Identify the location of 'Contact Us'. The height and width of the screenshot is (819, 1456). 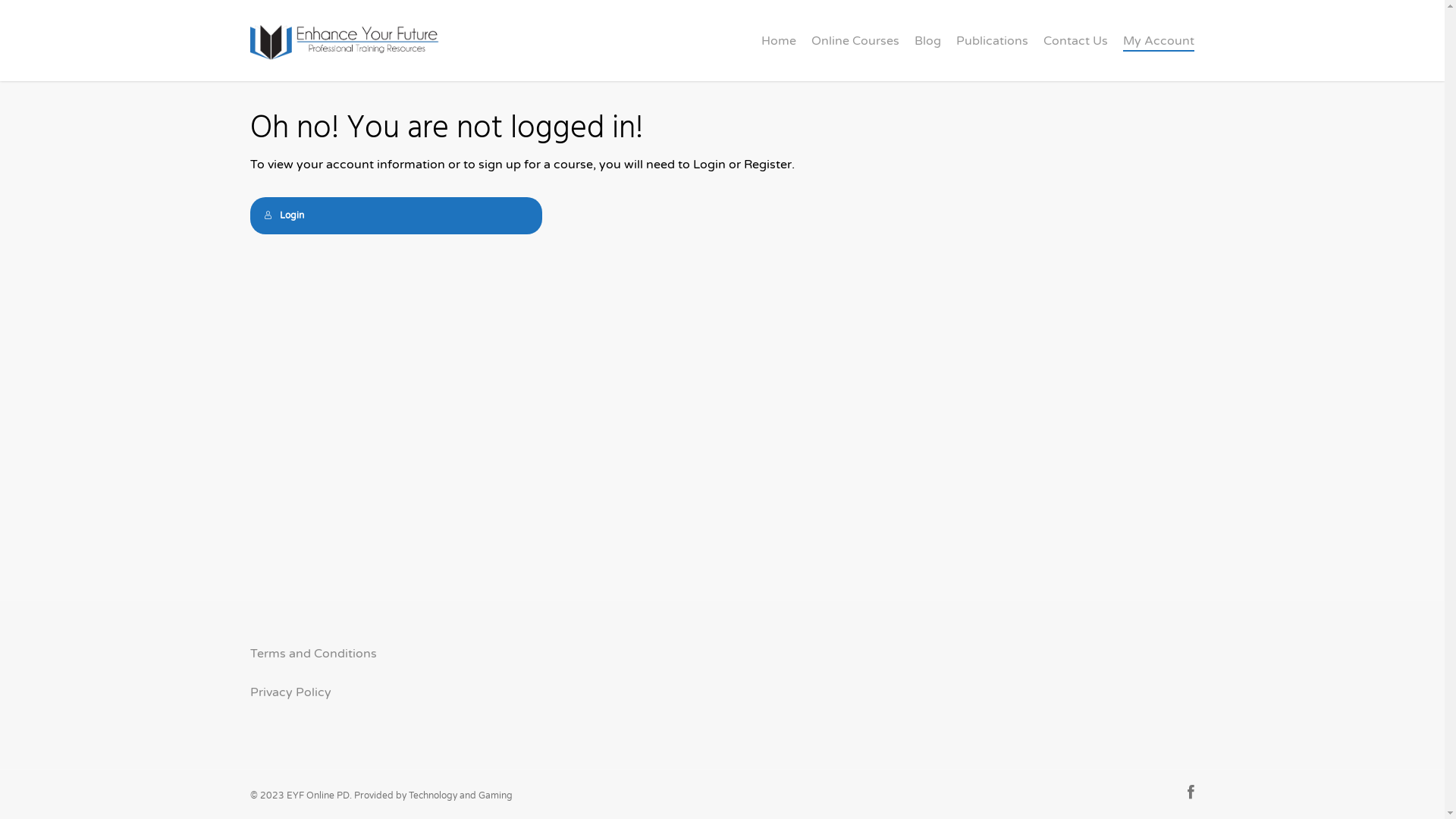
(1043, 40).